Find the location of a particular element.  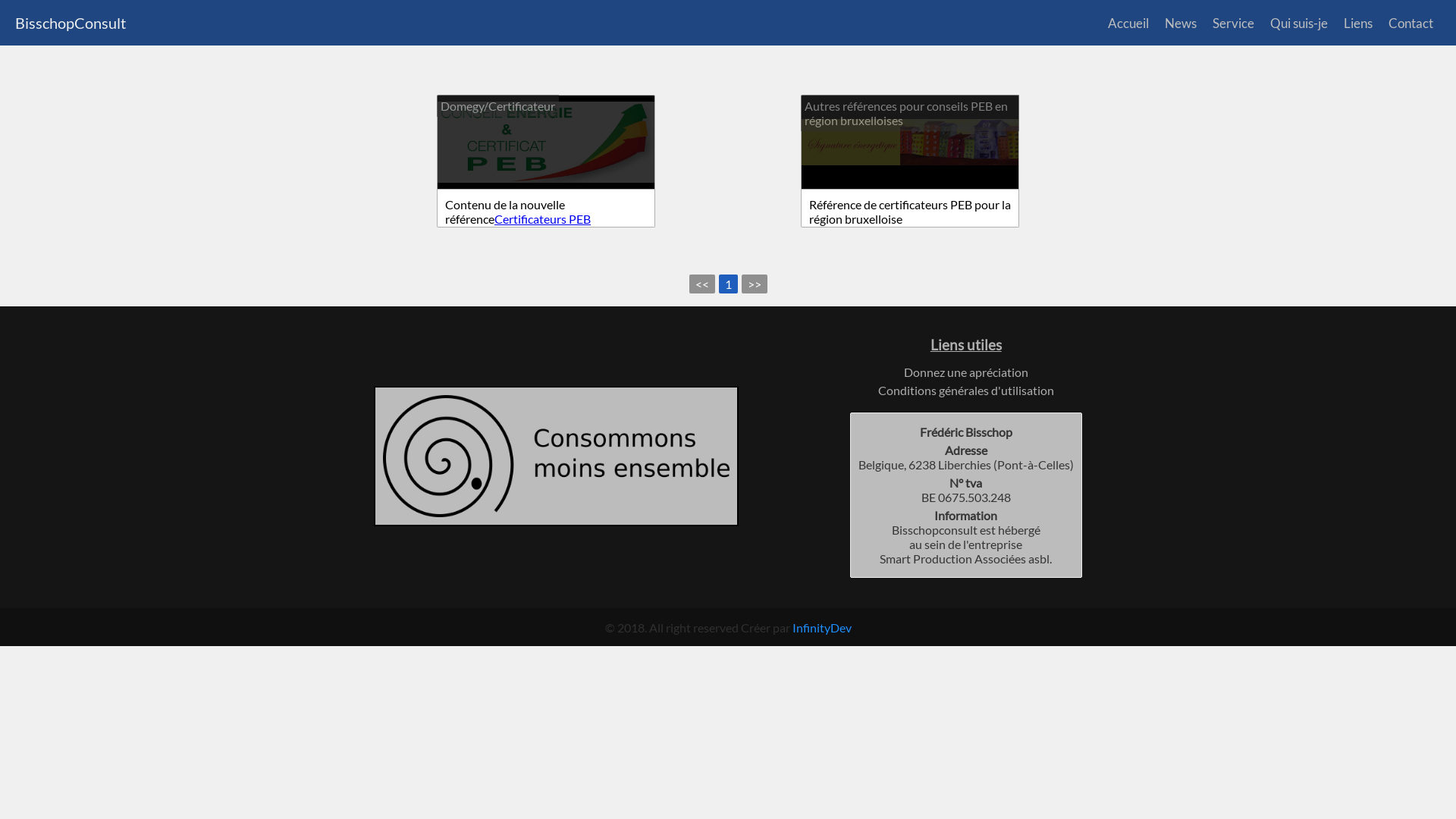

'Certificateurs PEB' is located at coordinates (494, 218).